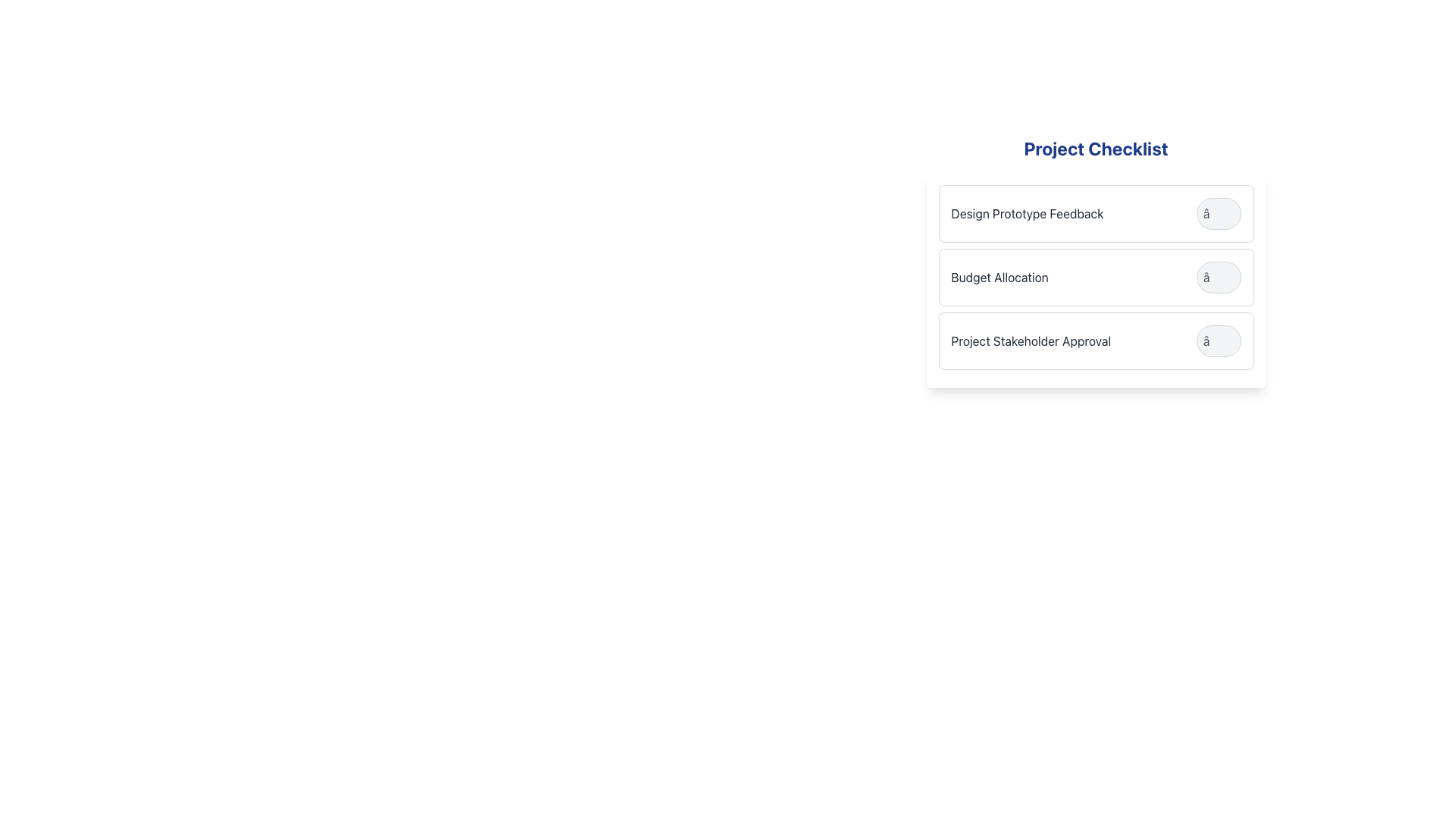 Image resolution: width=1456 pixels, height=819 pixels. Describe the element at coordinates (1096, 281) in the screenshot. I see `the 'Budget Allocation' task in the second row of the 'Project Checklist'` at that location.